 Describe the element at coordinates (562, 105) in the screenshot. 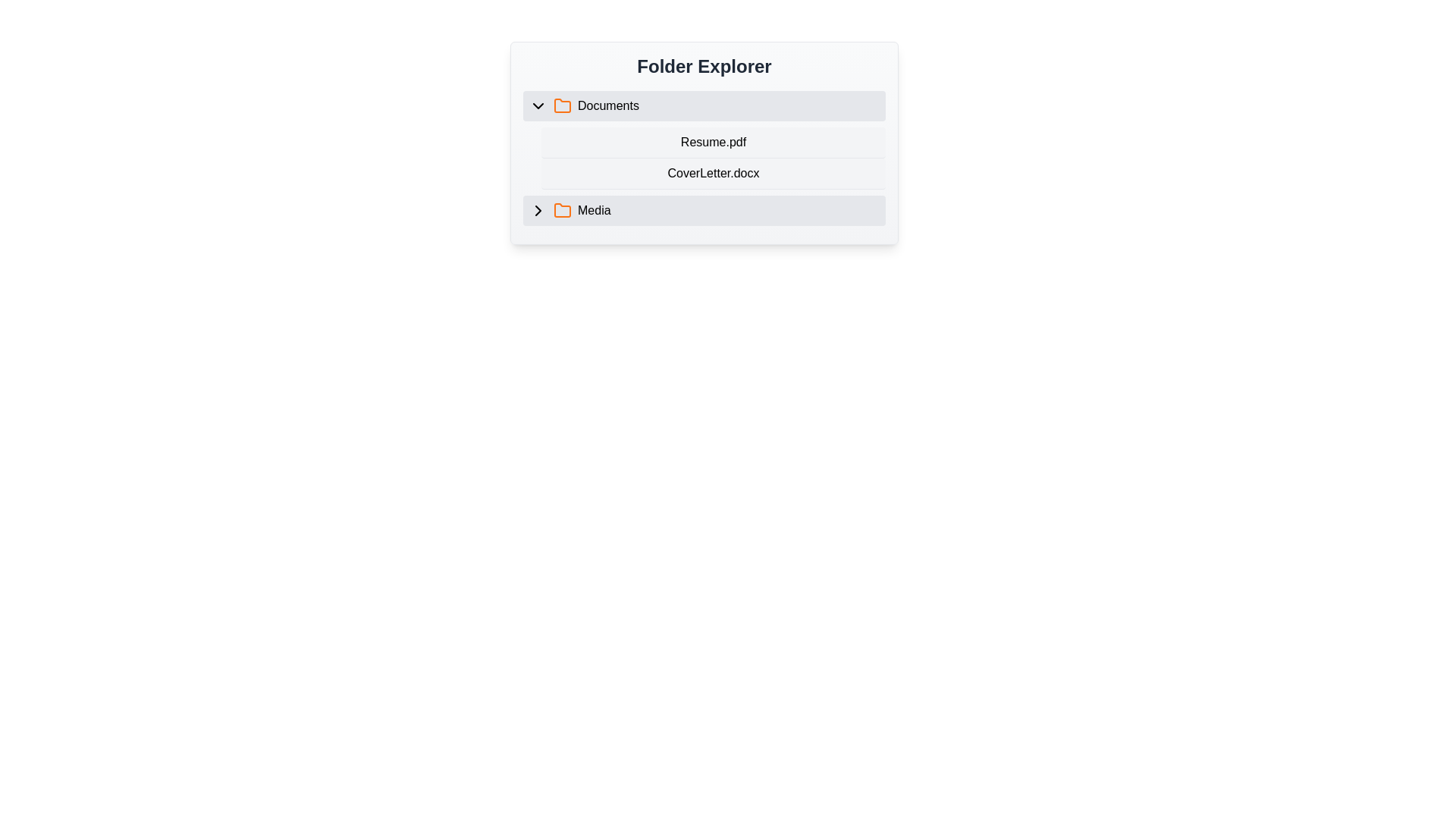

I see `the folder icon representing the 'Documents' label in the file explorer interface to interact with it` at that location.